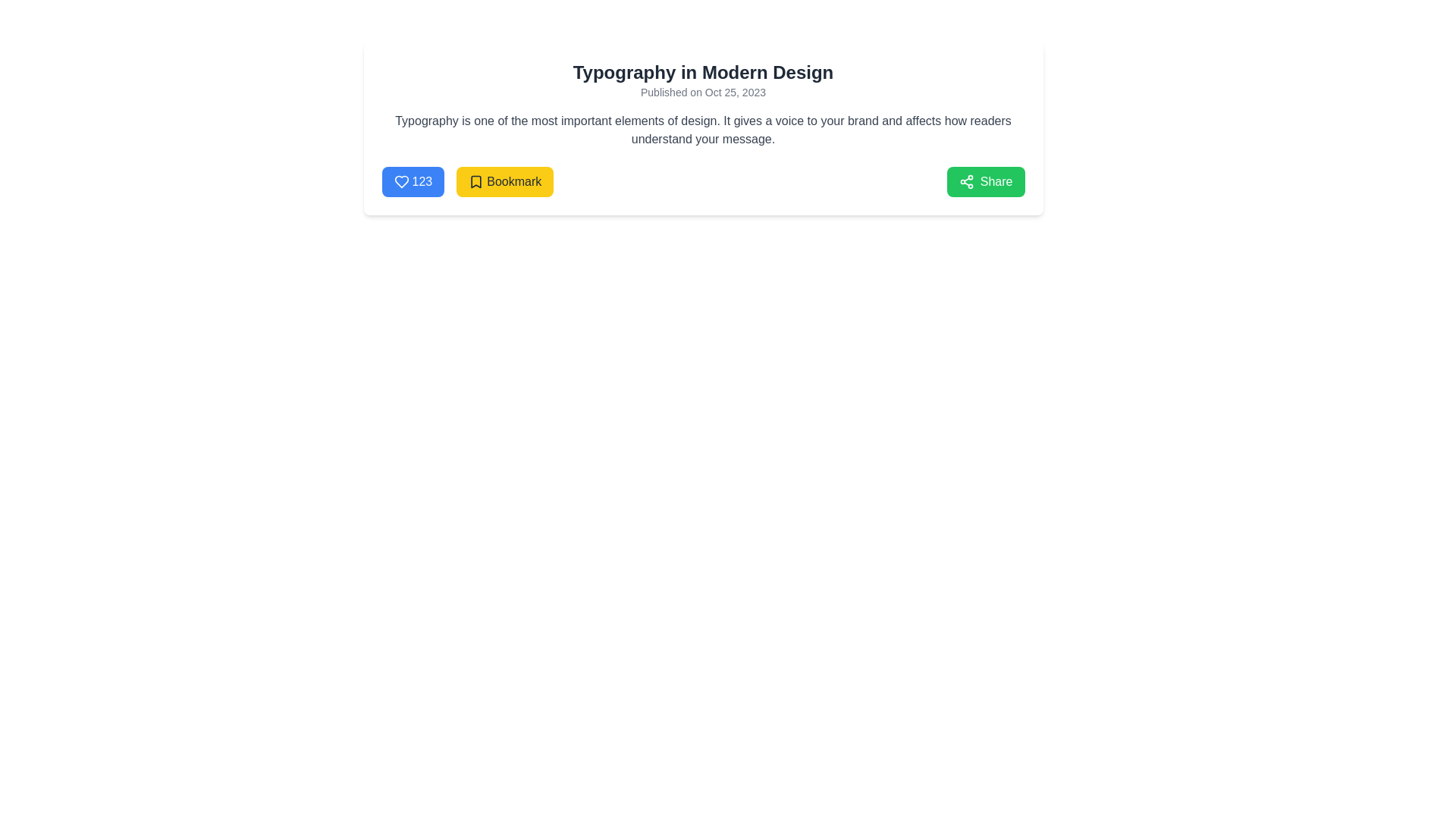 This screenshot has width=1456, height=819. What do you see at coordinates (413, 180) in the screenshot?
I see `the blue button with a white heart icon and the number '123'` at bounding box center [413, 180].